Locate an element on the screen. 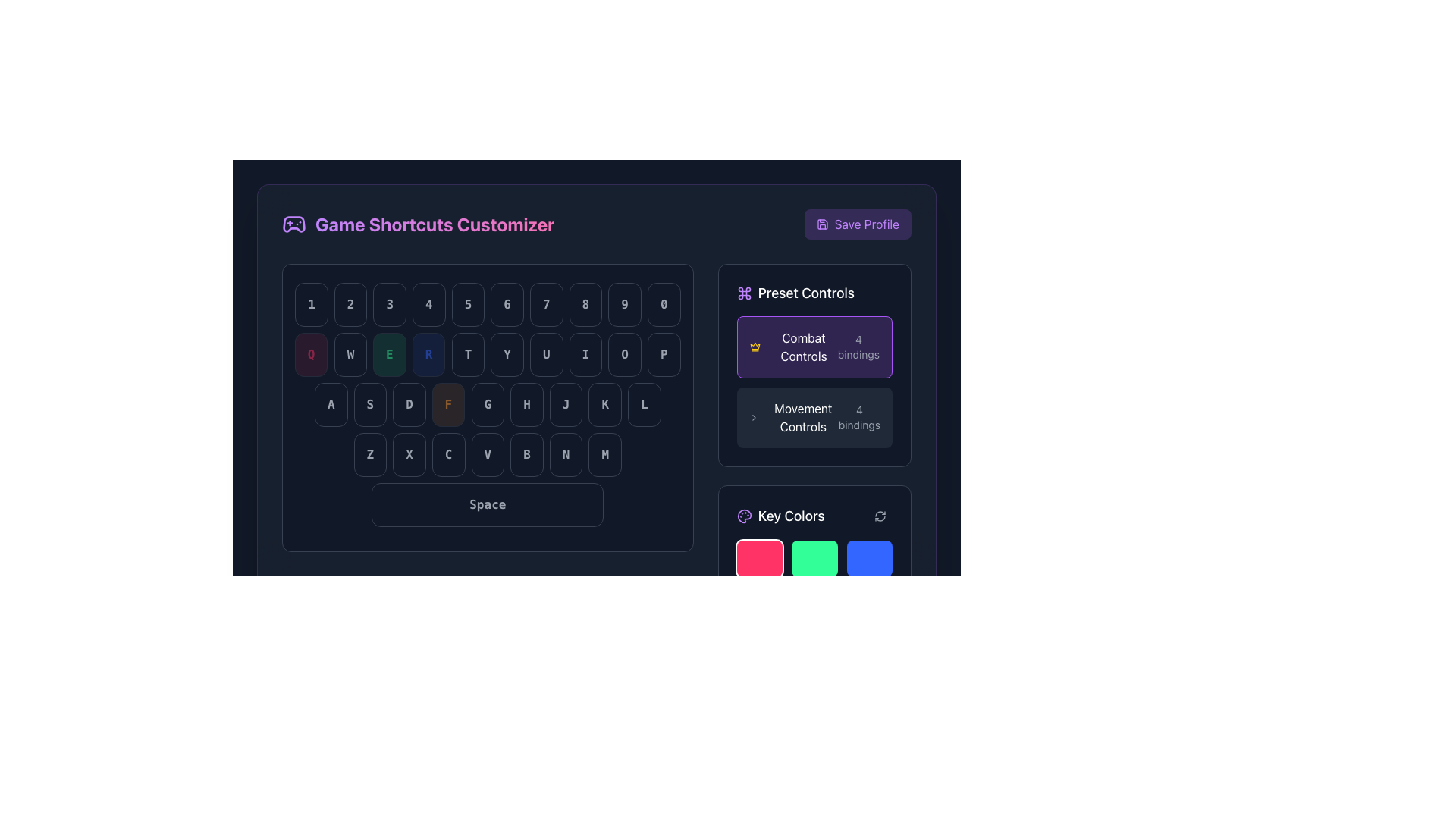  the 'Key Colors' title section, which includes a purple palette icon on the left and a gray refresh icon on the right is located at coordinates (814, 516).